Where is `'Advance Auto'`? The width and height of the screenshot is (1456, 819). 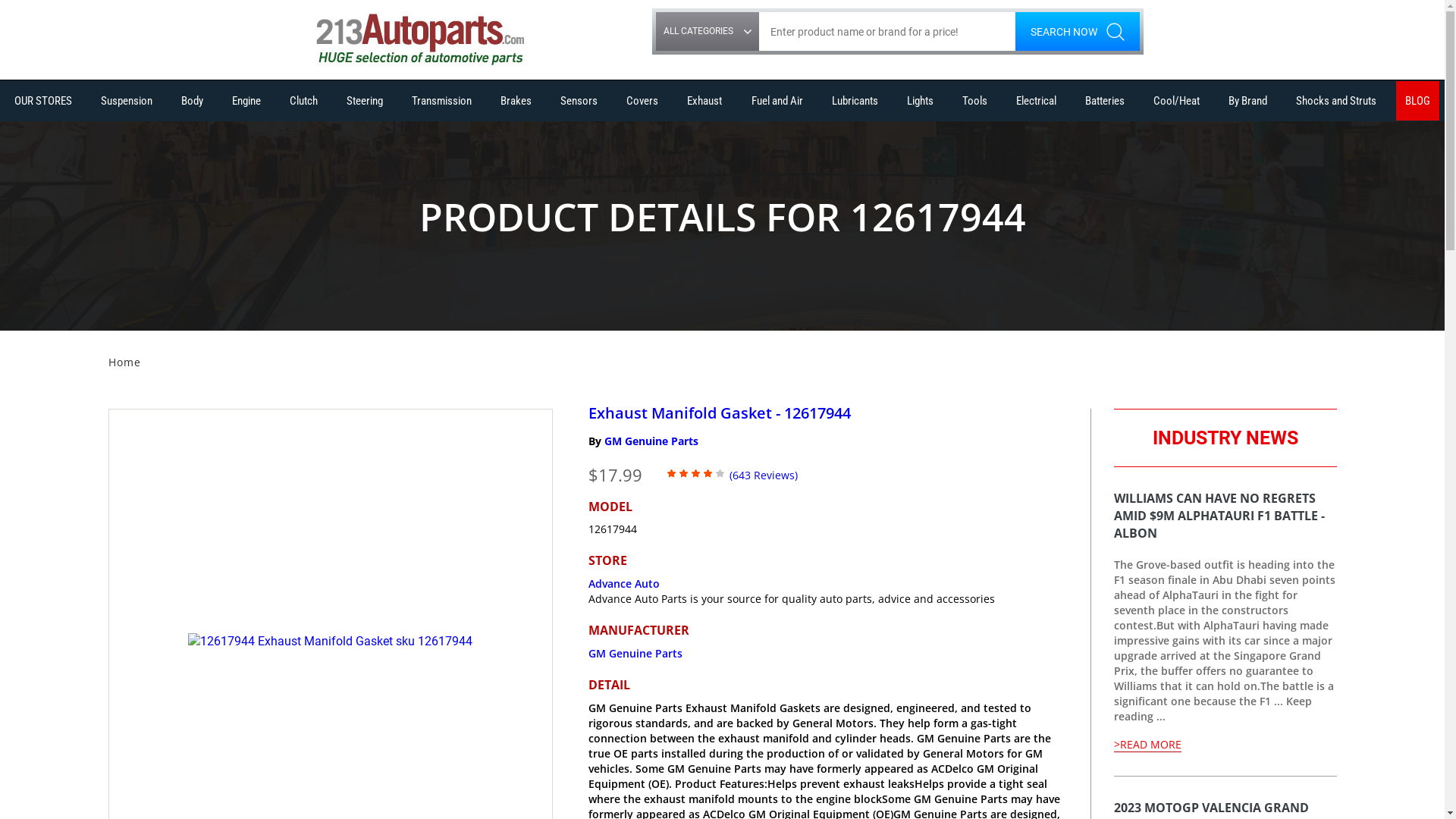 'Advance Auto' is located at coordinates (623, 582).